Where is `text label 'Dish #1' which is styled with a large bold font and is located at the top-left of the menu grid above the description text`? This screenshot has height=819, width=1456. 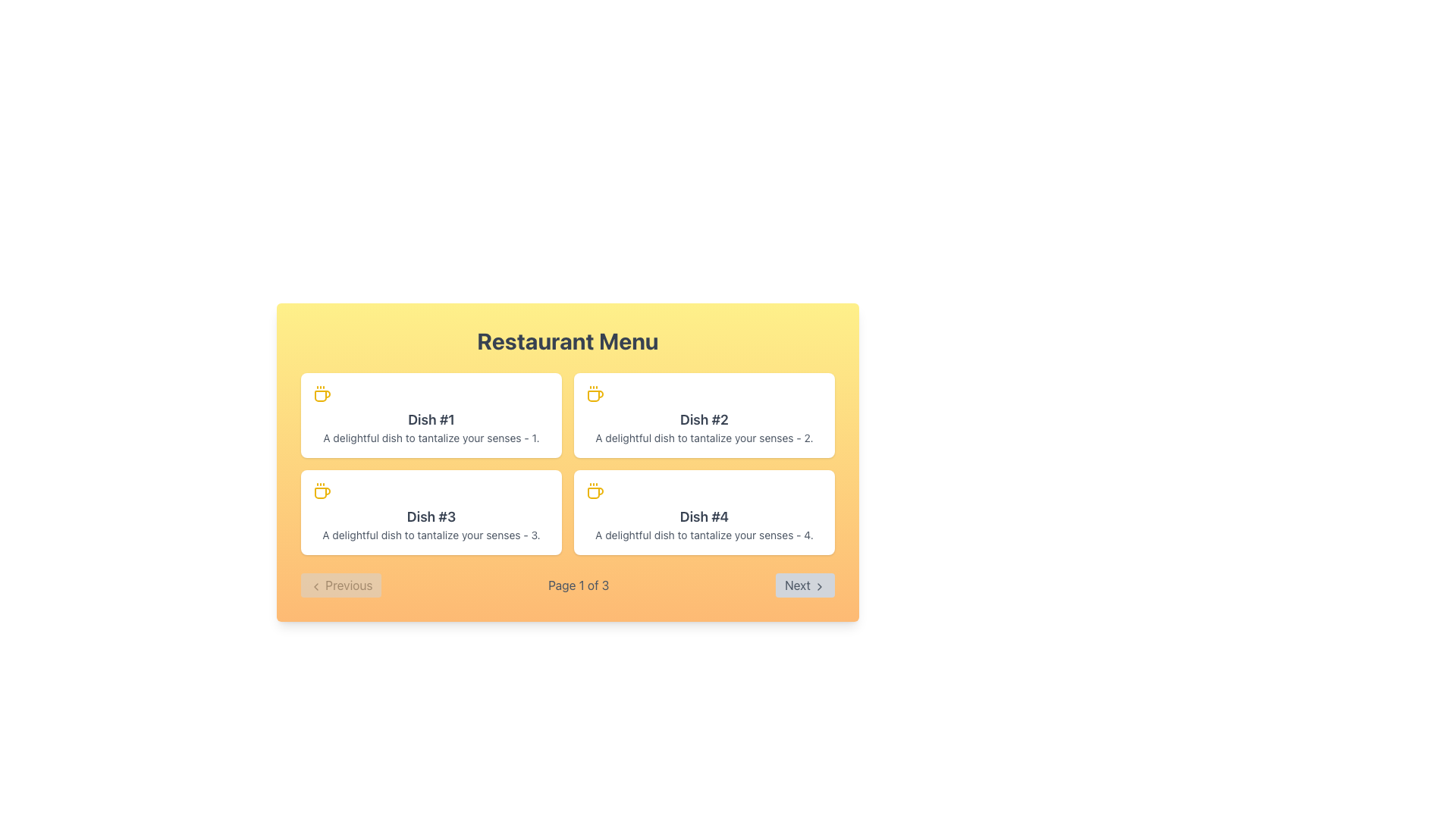 text label 'Dish #1' which is styled with a large bold font and is located at the top-left of the menu grid above the description text is located at coordinates (431, 420).